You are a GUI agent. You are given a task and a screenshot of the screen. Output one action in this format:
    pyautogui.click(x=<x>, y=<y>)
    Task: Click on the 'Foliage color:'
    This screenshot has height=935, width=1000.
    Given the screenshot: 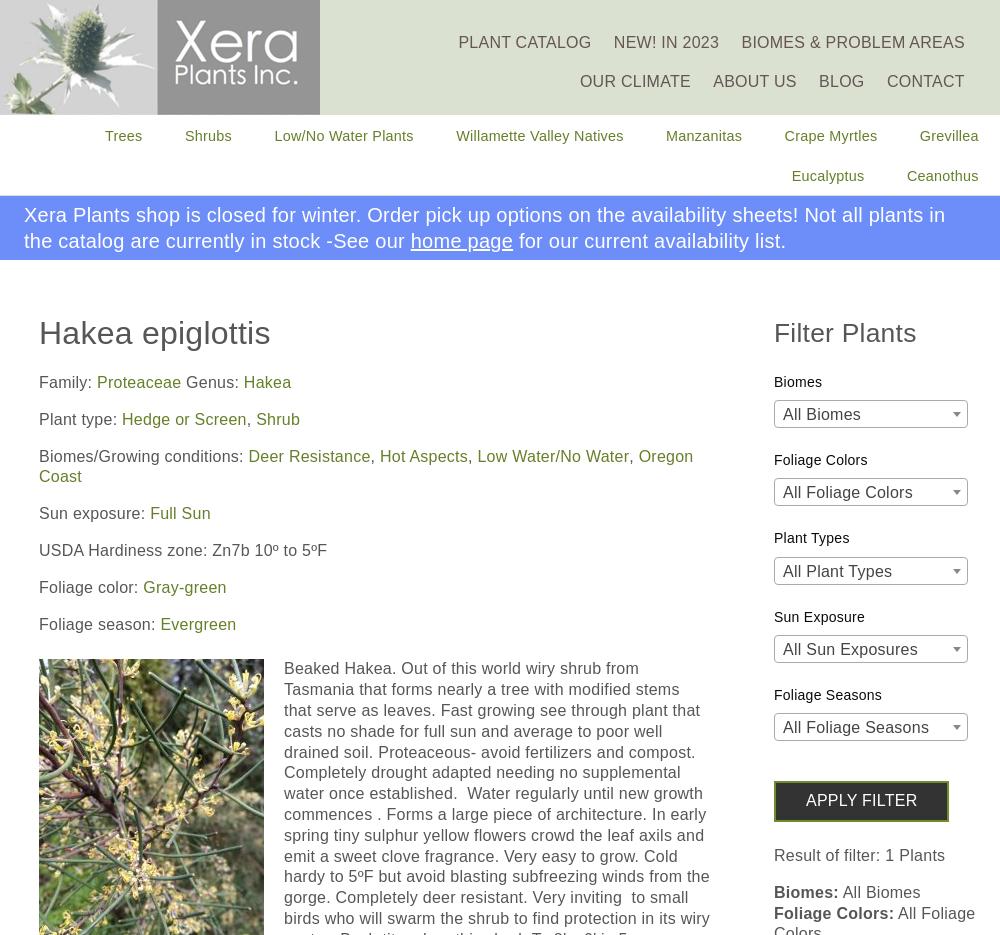 What is the action you would take?
    pyautogui.click(x=90, y=586)
    